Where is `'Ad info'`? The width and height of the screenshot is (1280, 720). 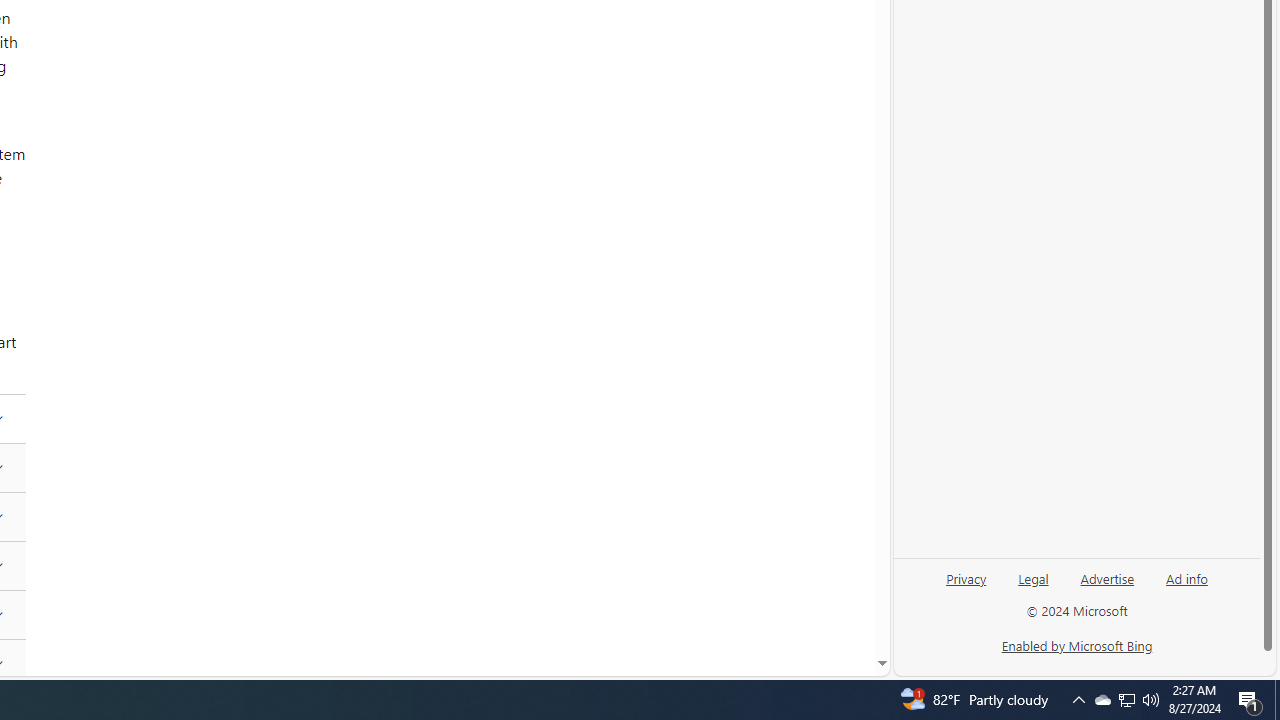
'Ad info' is located at coordinates (1187, 577).